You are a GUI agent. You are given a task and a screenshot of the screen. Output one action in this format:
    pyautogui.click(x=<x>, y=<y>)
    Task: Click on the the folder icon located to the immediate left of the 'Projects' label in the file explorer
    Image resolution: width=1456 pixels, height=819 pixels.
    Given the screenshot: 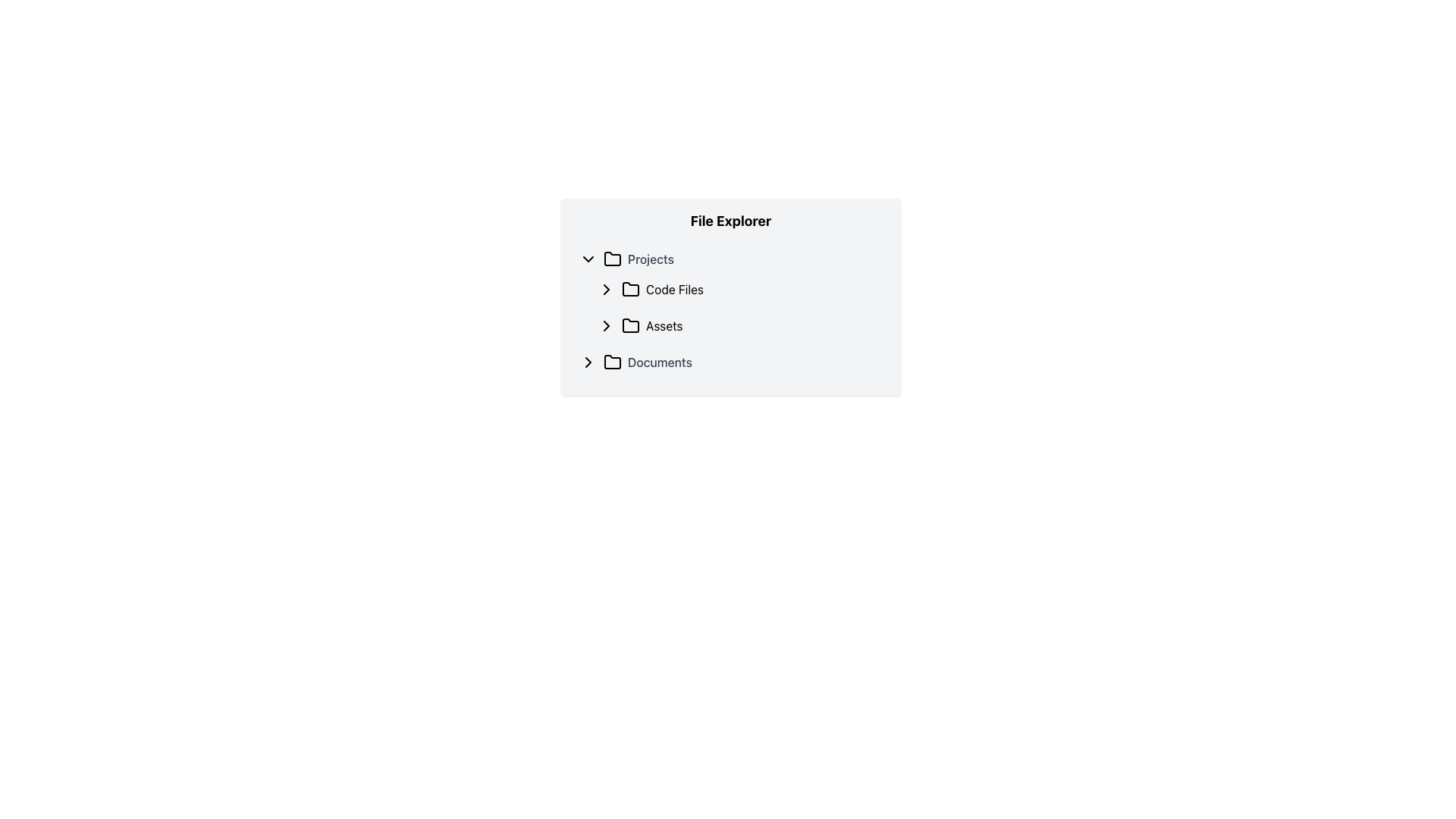 What is the action you would take?
    pyautogui.click(x=612, y=257)
    